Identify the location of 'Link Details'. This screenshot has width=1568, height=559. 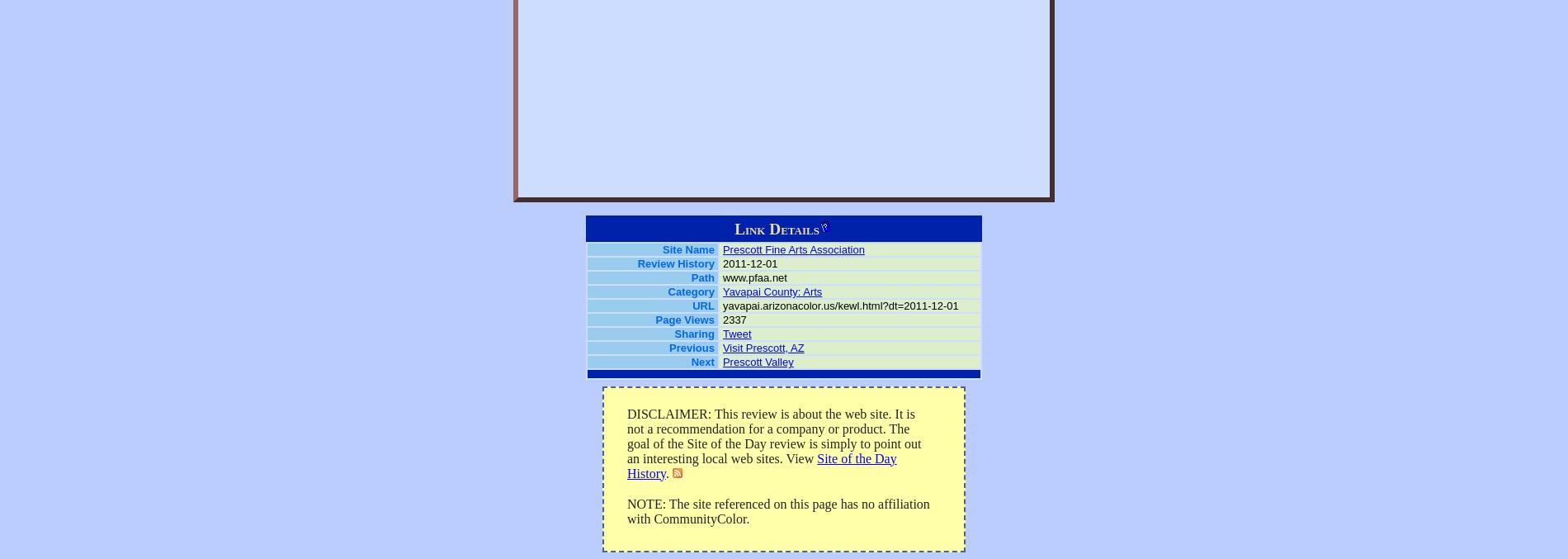
(776, 228).